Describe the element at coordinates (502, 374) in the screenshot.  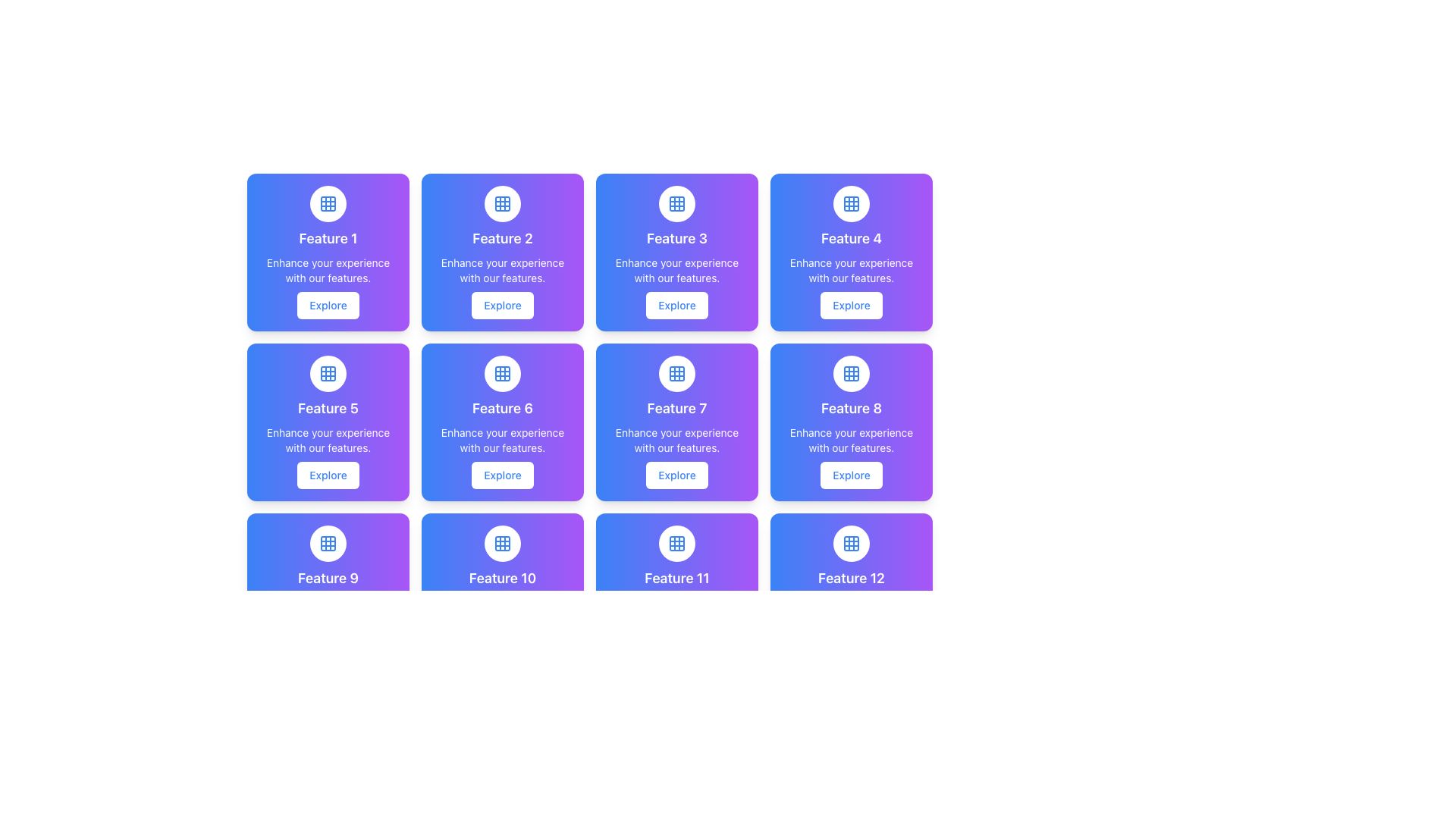
I see `the central square of the grid icon within the 'Feature 6' card located in the second row and third column of a 4x3 grid layout` at that location.